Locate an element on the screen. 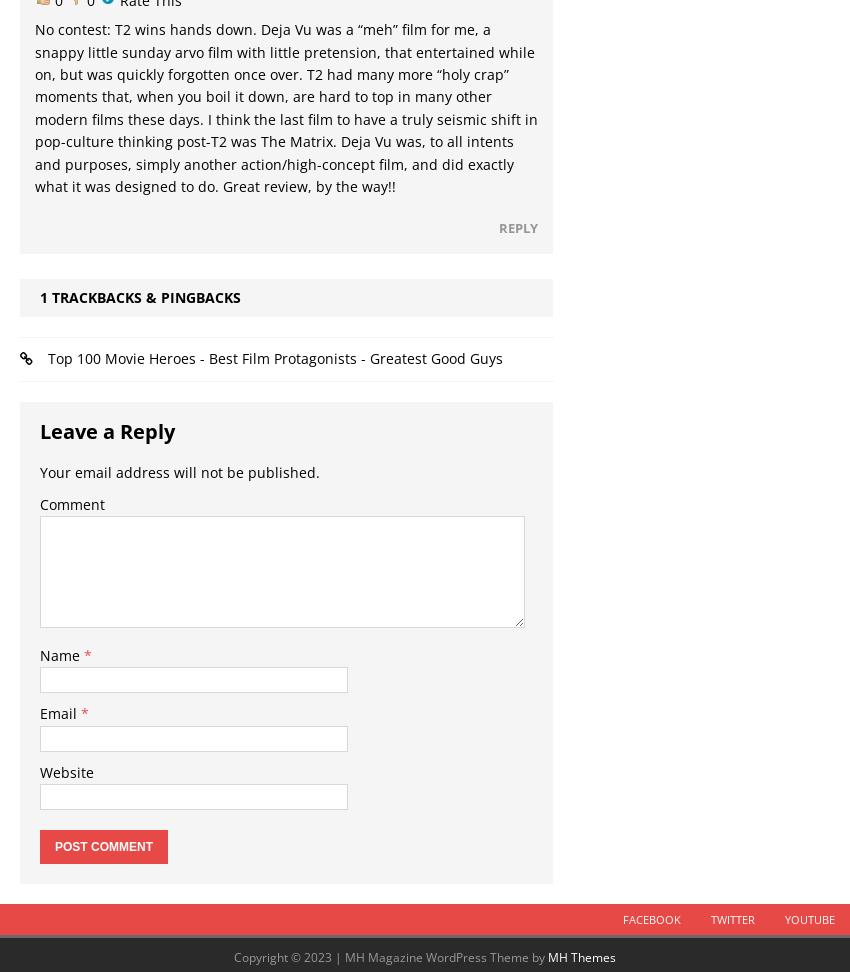  'Email' is located at coordinates (60, 712).